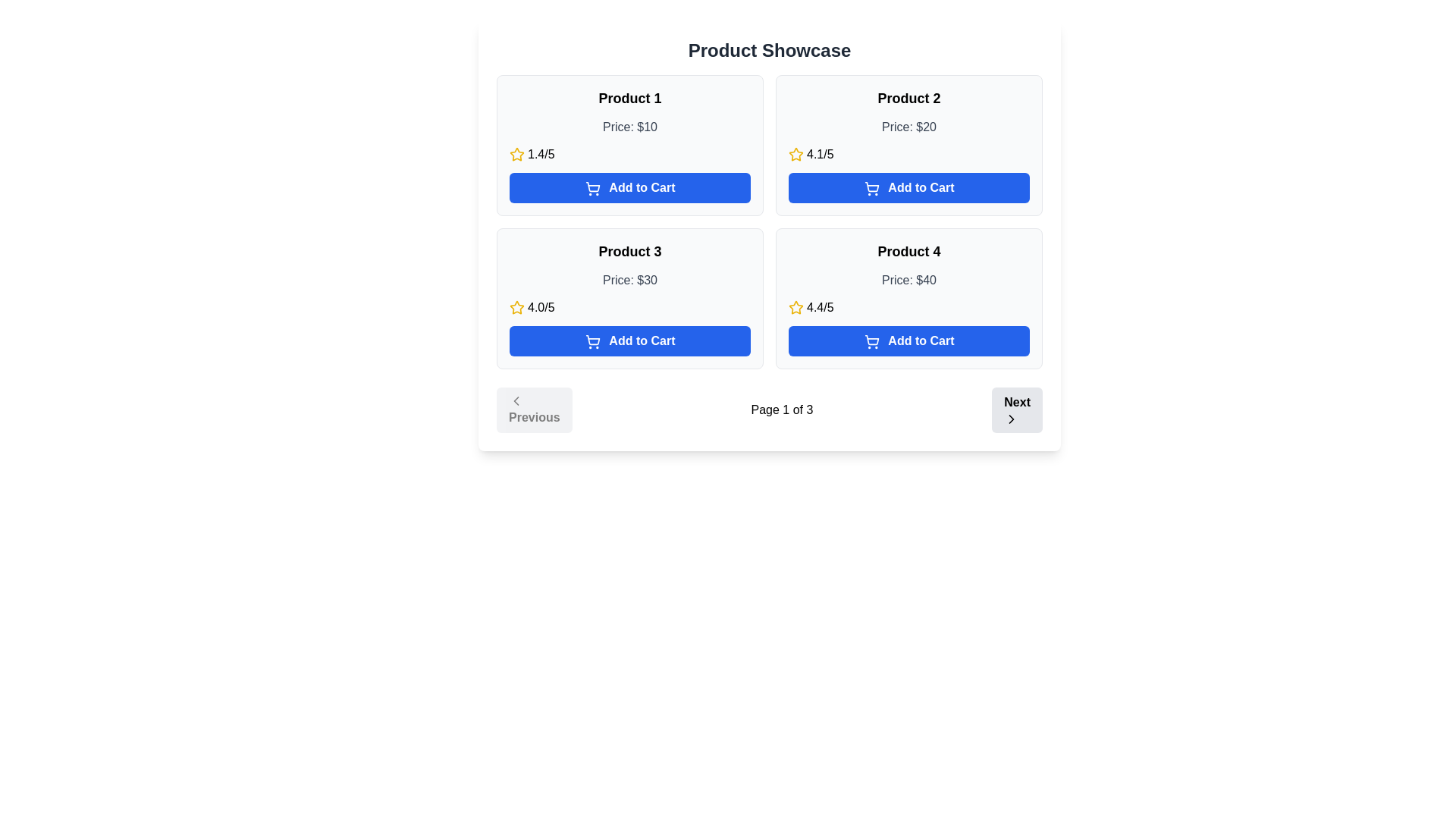  Describe the element at coordinates (782, 409) in the screenshot. I see `the central text display in the pagination section that shows the current page number and total pages` at that location.